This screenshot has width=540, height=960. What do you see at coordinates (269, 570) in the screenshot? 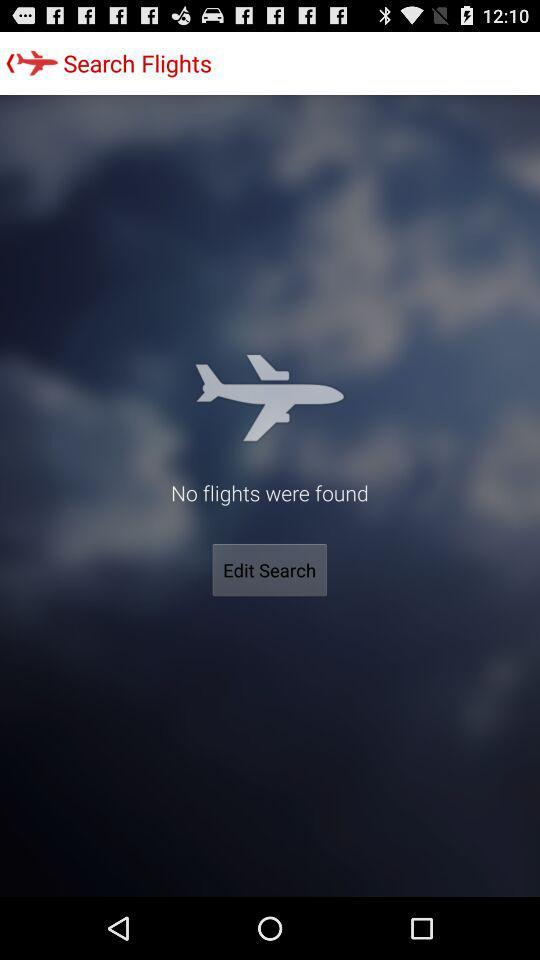
I see `the edit search` at bounding box center [269, 570].